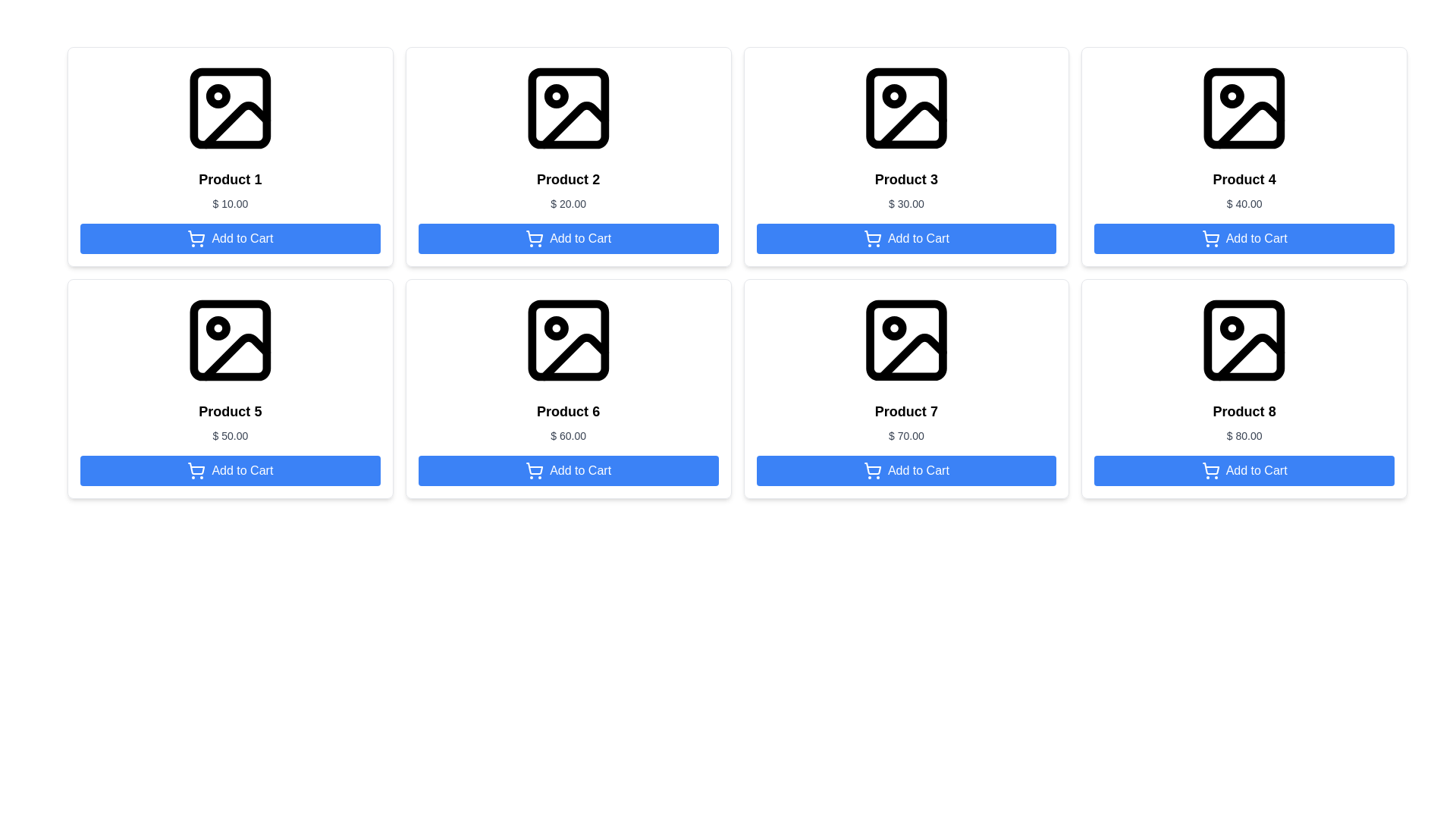 The image size is (1456, 819). What do you see at coordinates (555, 327) in the screenshot?
I see `the decorative dot in the SVG graphic representing a detail of 'Product 6', located in the second row, second column of the layout` at bounding box center [555, 327].